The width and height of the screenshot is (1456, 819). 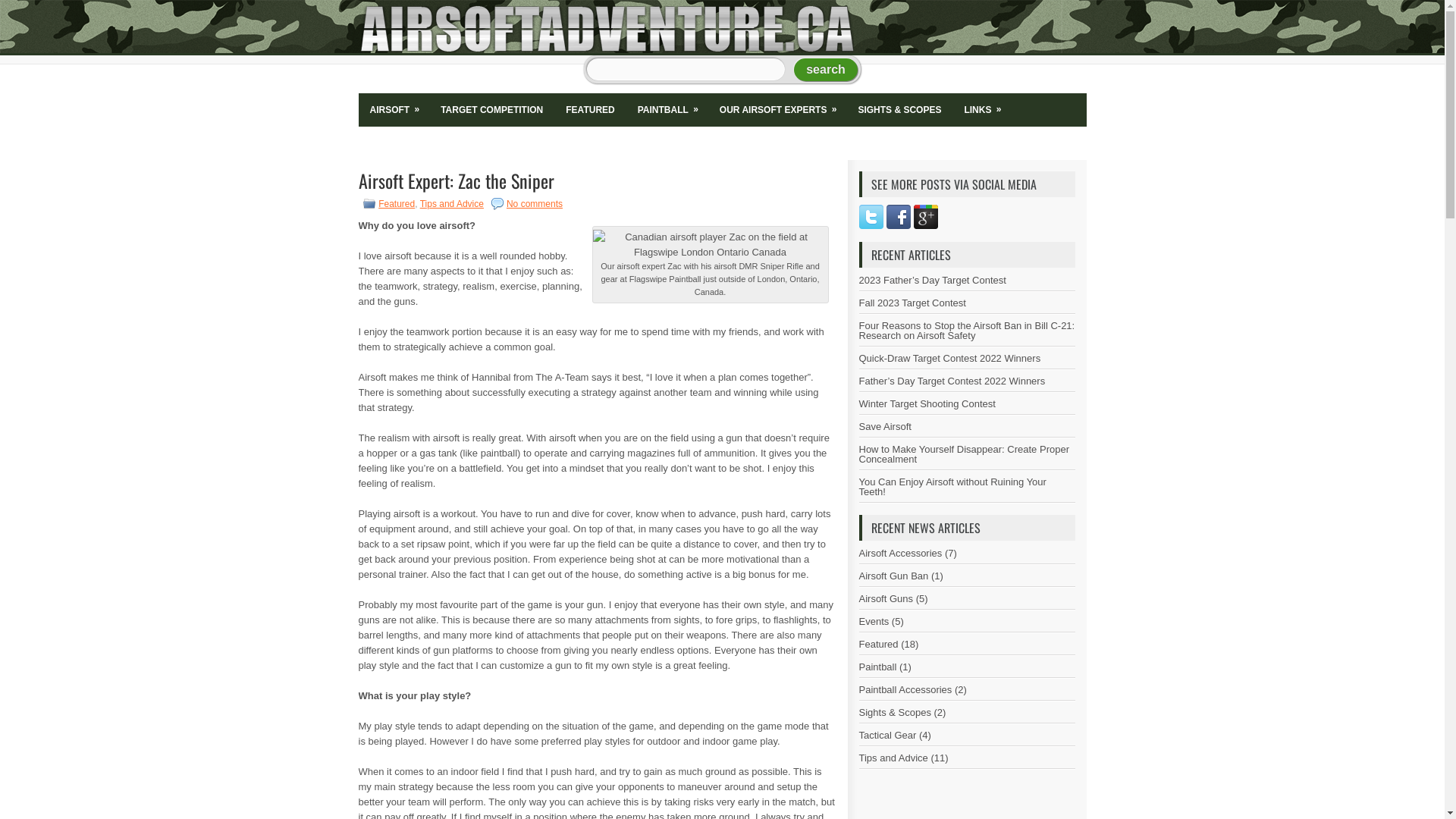 What do you see at coordinates (924, 216) in the screenshot?
I see `'Google Plus'` at bounding box center [924, 216].